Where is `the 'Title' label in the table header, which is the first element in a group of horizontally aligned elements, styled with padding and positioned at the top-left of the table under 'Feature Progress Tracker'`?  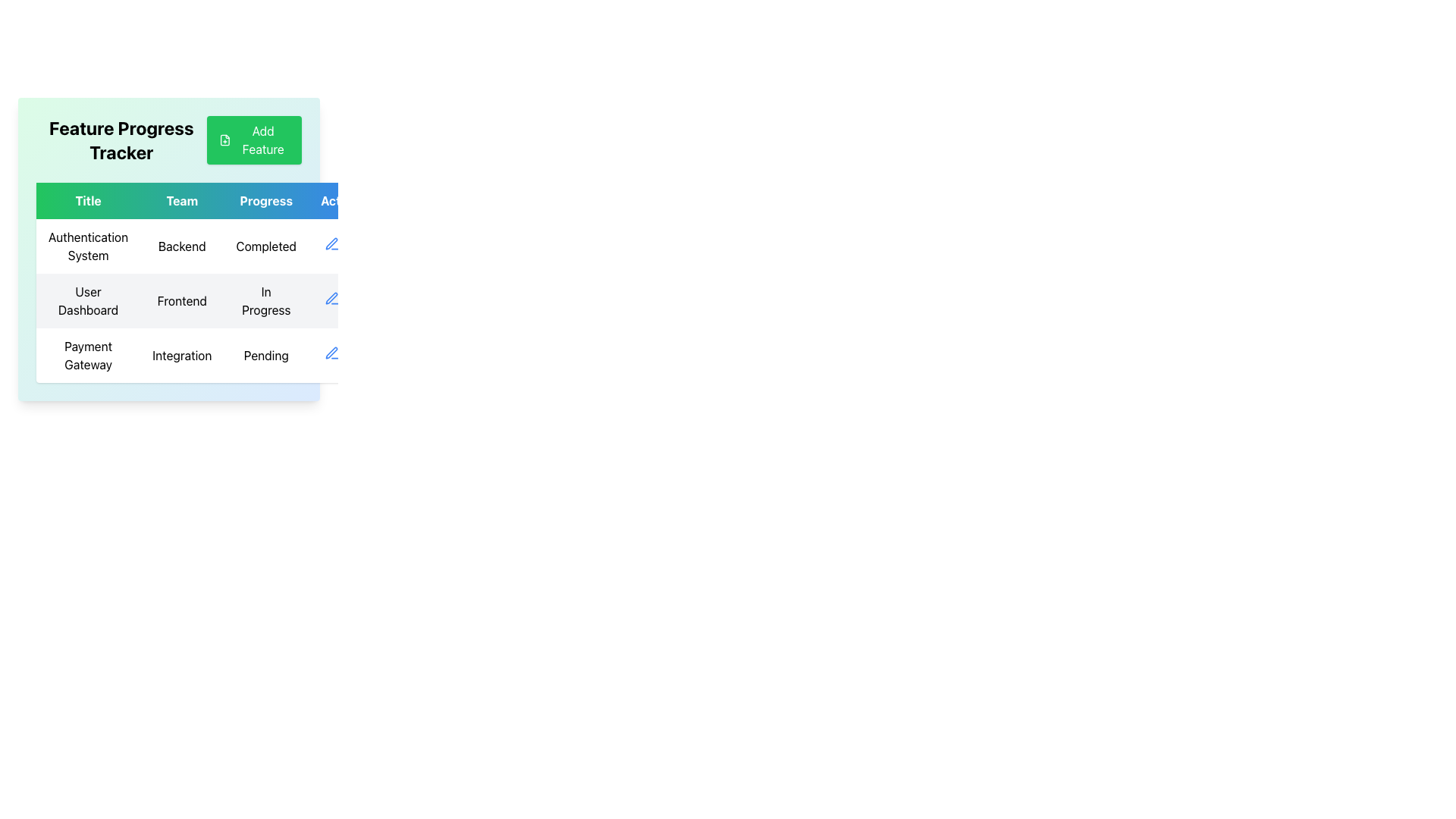
the 'Title' label in the table header, which is the first element in a group of horizontally aligned elements, styled with padding and positioned at the top-left of the table under 'Feature Progress Tracker' is located at coordinates (87, 200).